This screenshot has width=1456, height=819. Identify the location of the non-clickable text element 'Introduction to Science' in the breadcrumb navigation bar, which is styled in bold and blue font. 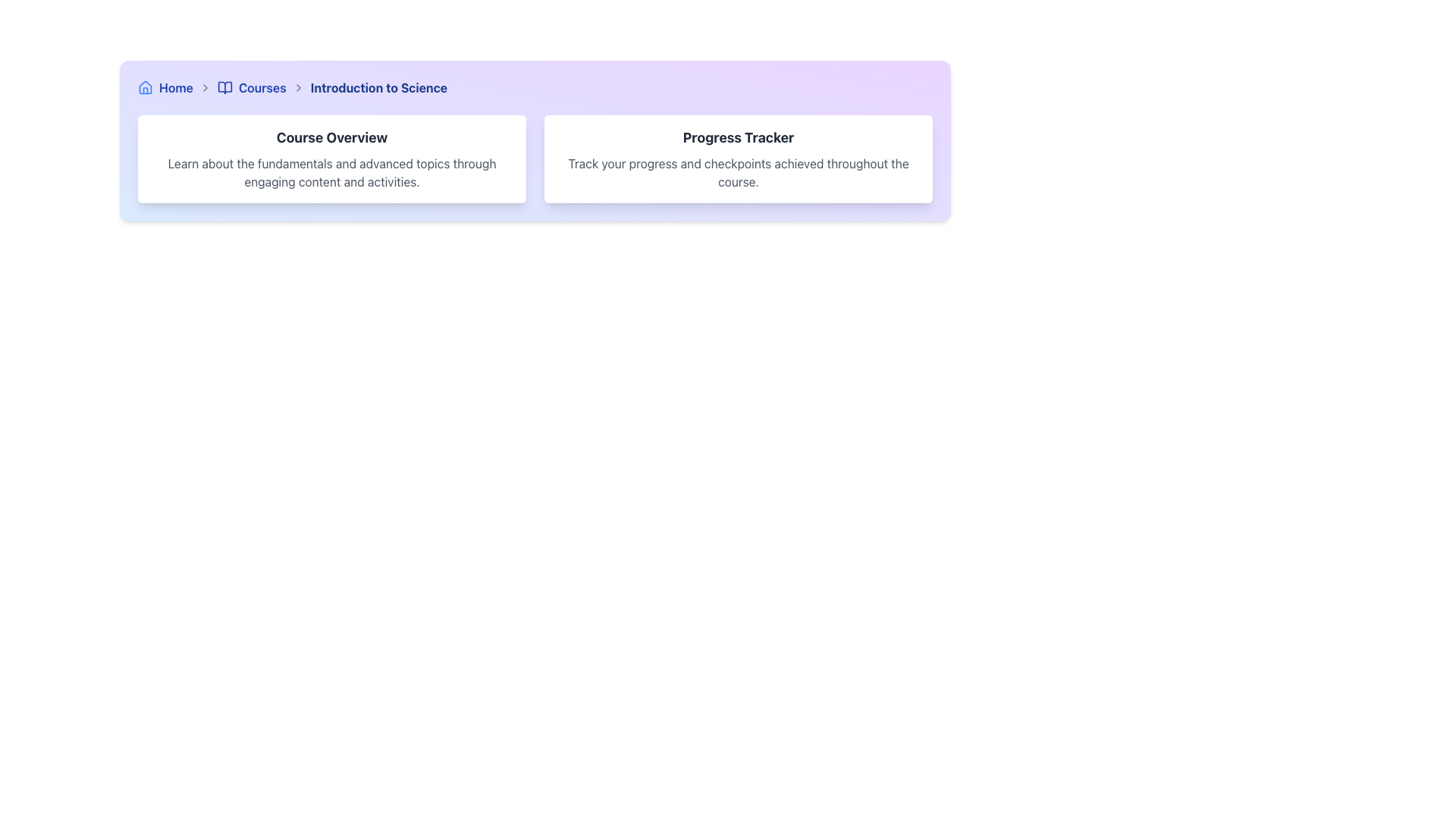
(378, 87).